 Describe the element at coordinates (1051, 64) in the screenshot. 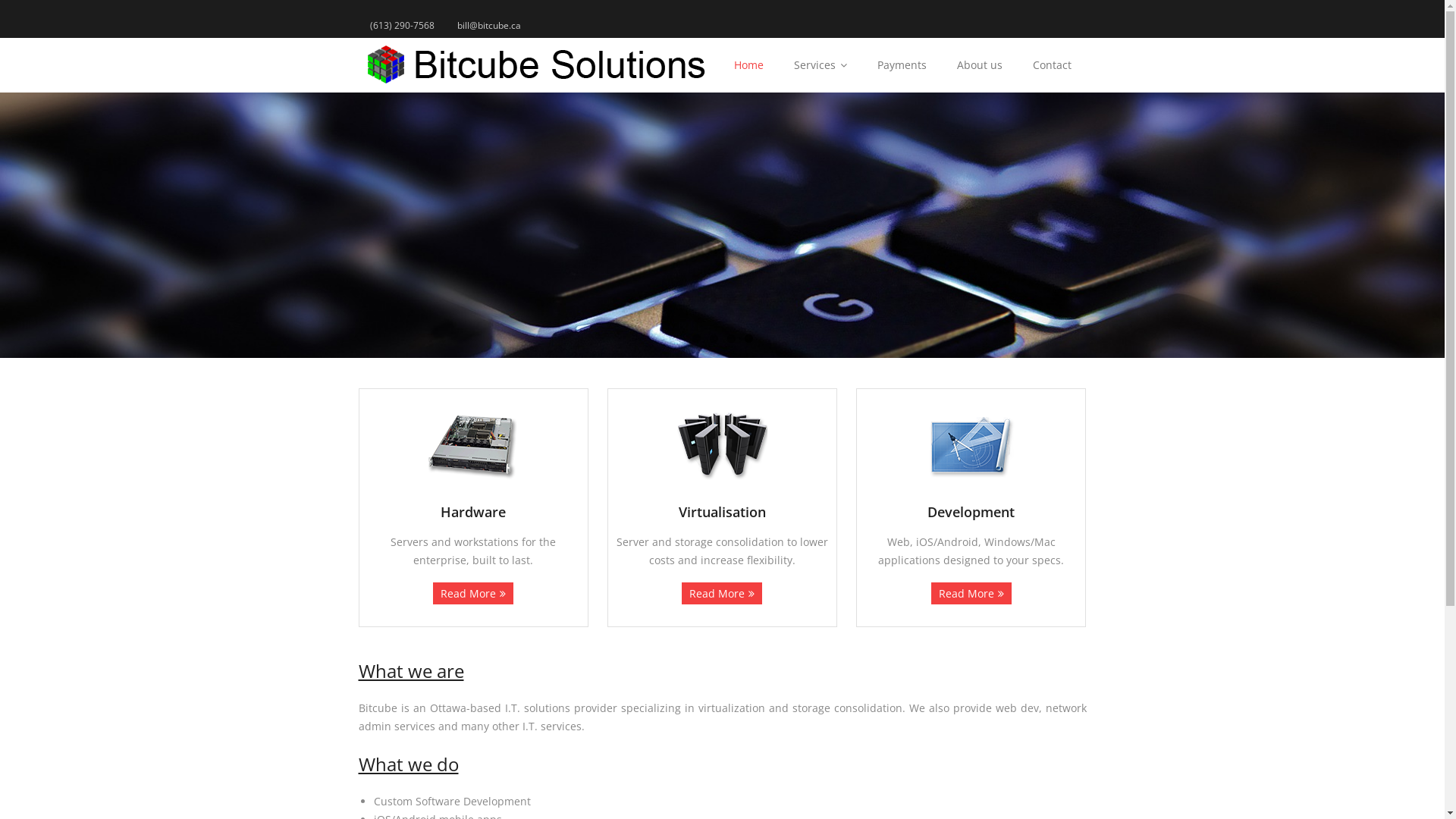

I see `'Contact'` at that location.